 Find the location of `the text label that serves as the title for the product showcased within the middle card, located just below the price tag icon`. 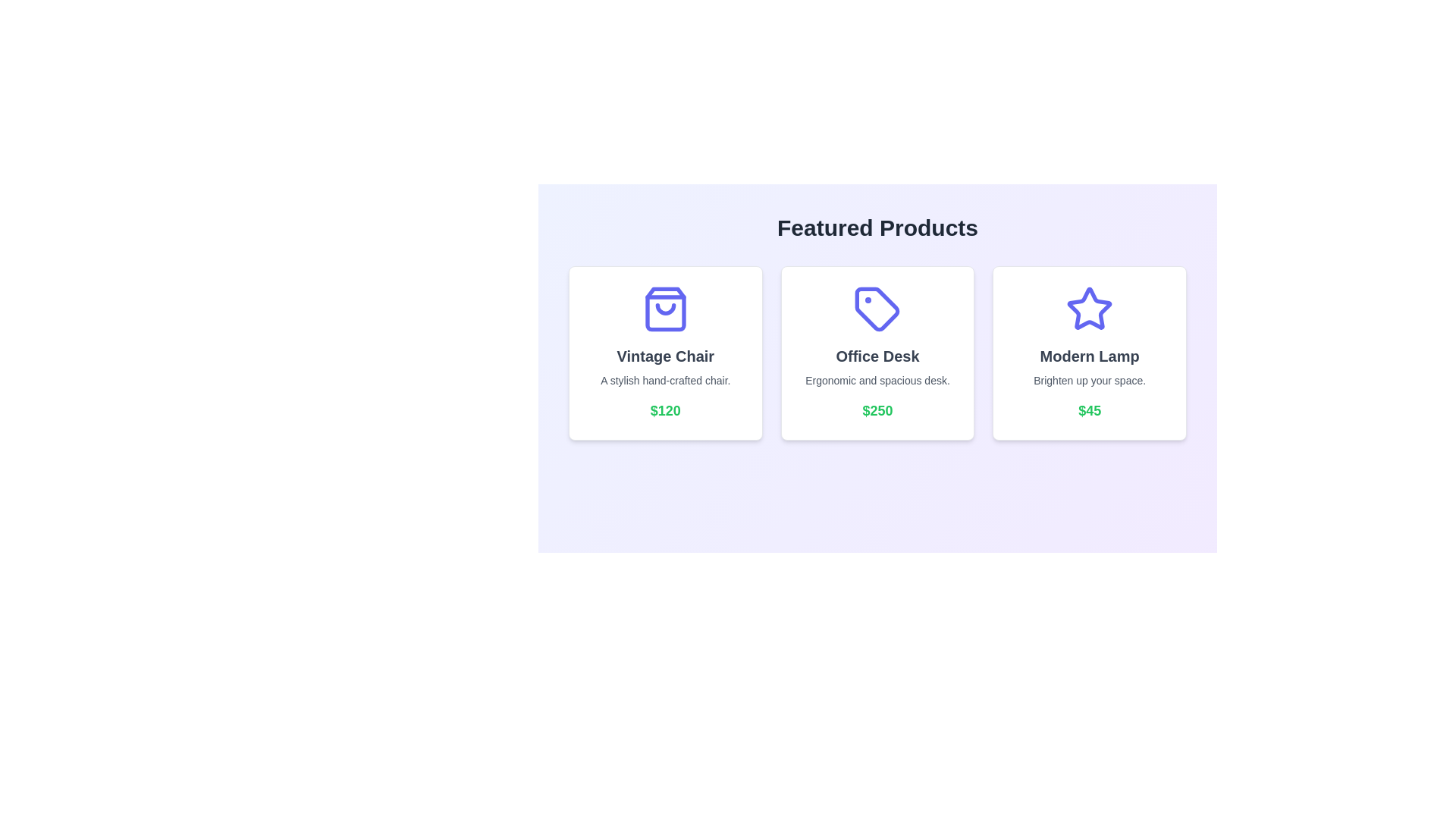

the text label that serves as the title for the product showcased within the middle card, located just below the price tag icon is located at coordinates (877, 356).